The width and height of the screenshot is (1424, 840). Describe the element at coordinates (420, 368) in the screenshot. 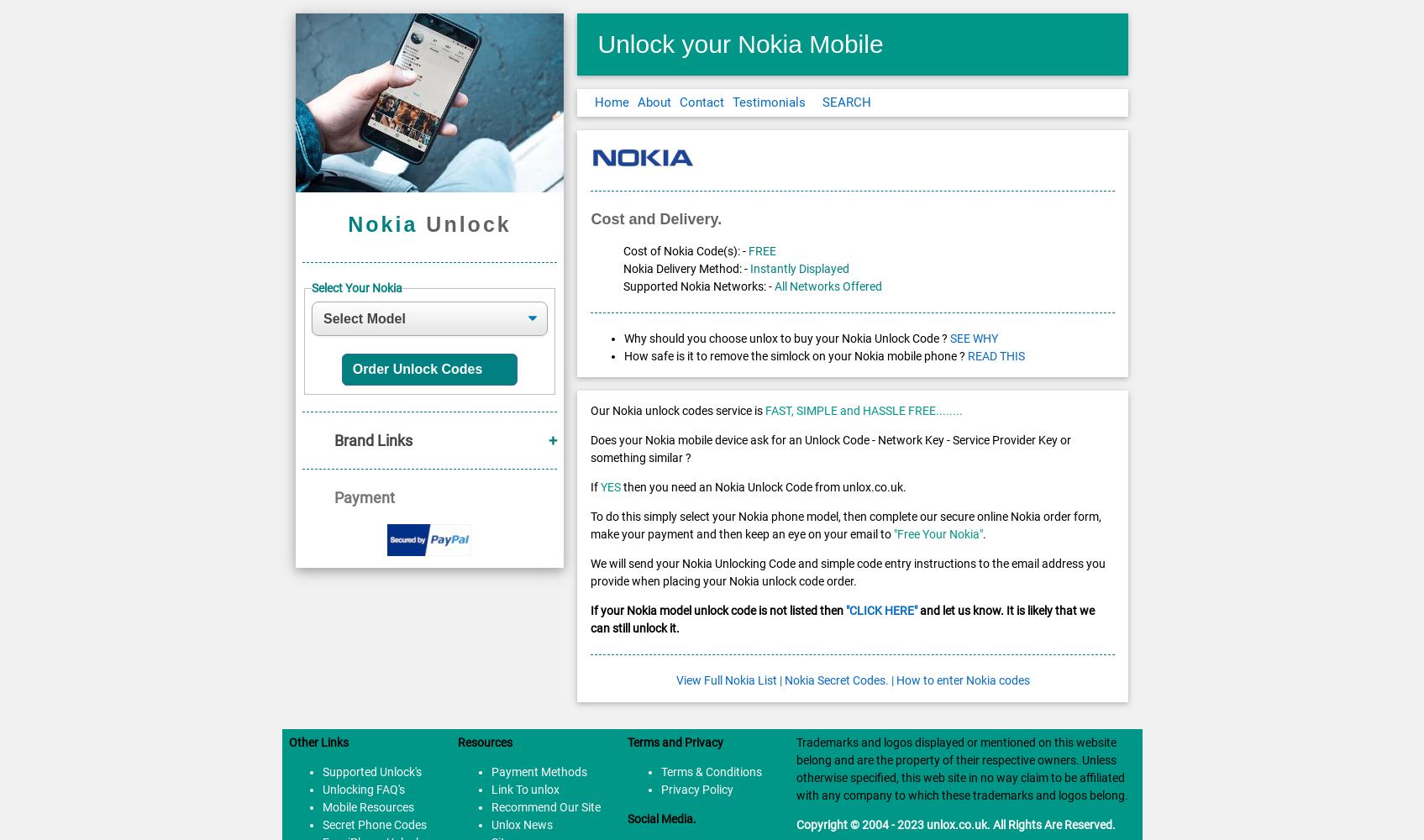

I see `'Order Unlock Codes'` at that location.